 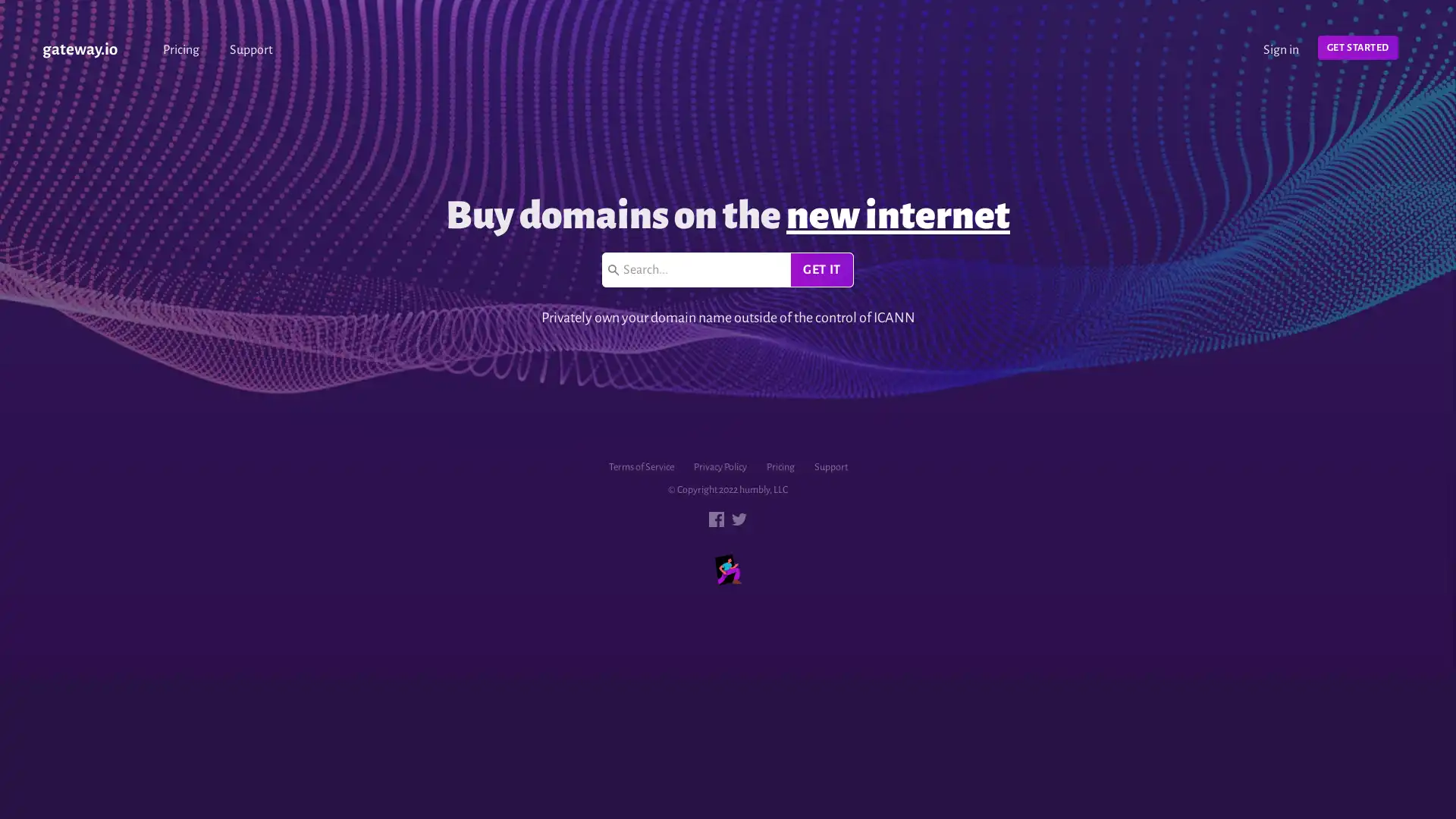 I want to click on GET IT, so click(x=821, y=268).